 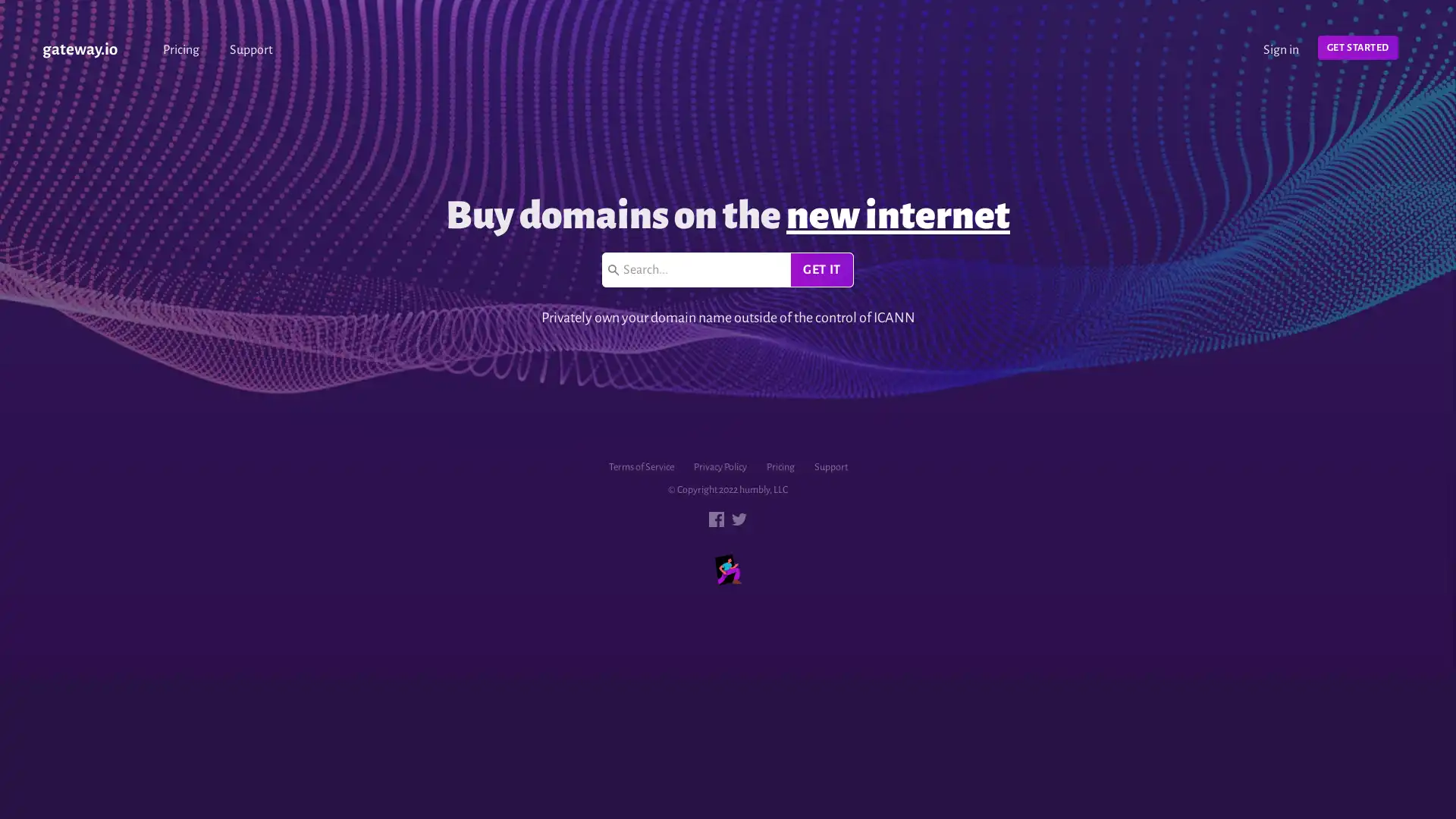 I want to click on GET IT, so click(x=821, y=268).